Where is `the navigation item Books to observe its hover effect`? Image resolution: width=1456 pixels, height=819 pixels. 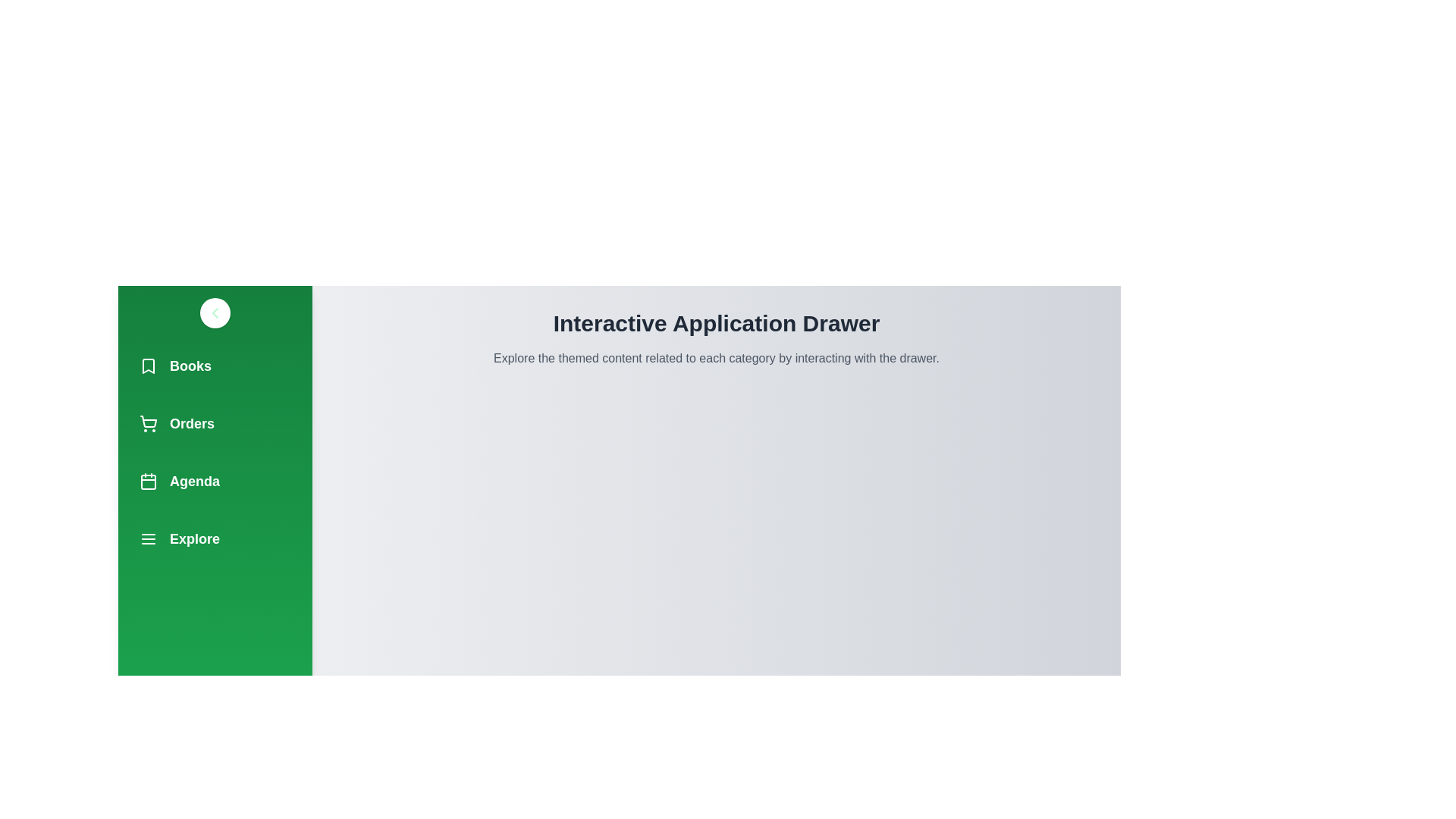
the navigation item Books to observe its hover effect is located at coordinates (214, 366).